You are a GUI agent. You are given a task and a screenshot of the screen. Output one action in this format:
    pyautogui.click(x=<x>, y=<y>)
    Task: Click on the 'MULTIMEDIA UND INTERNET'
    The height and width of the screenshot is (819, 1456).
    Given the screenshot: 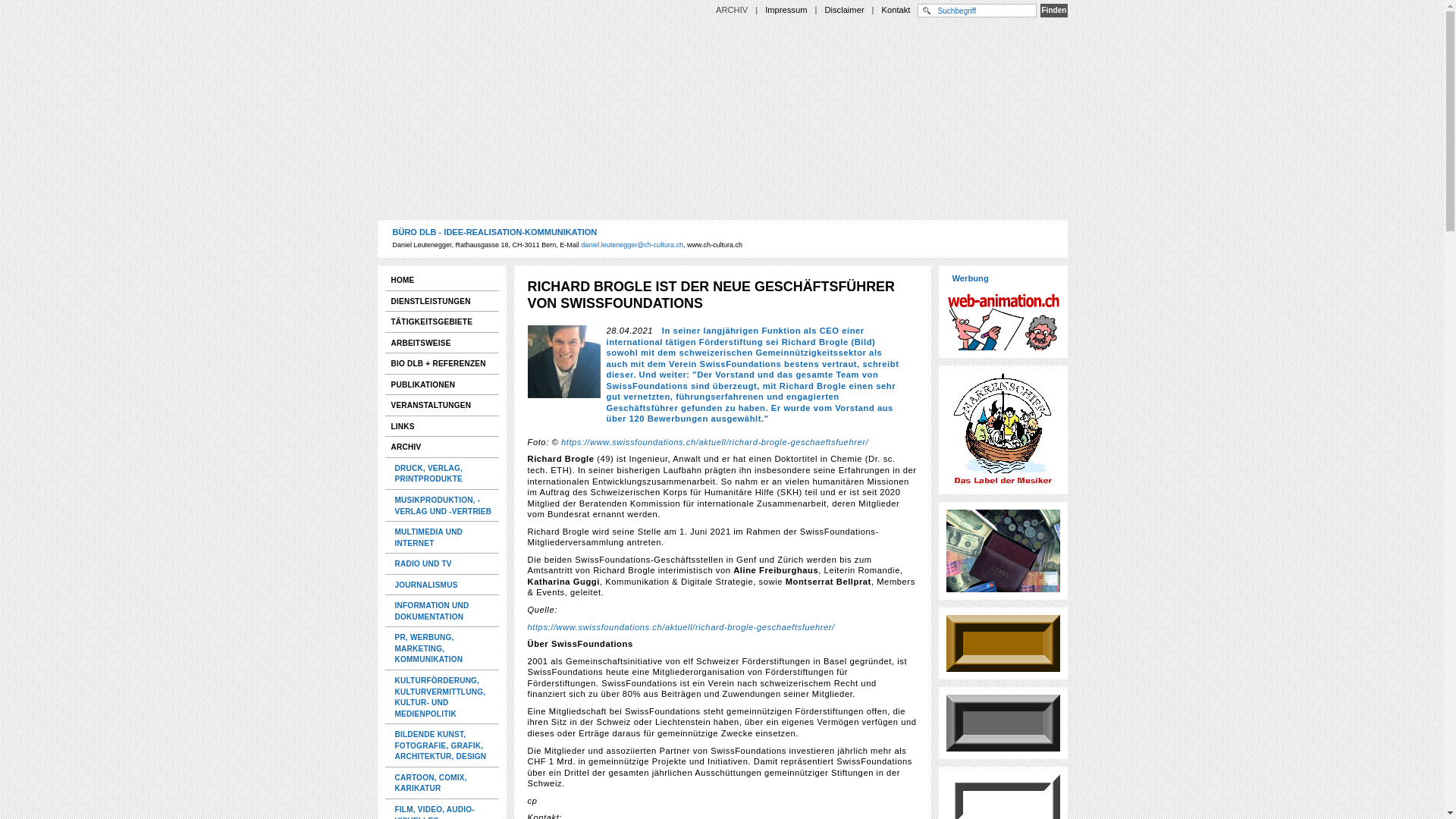 What is the action you would take?
    pyautogui.click(x=442, y=536)
    